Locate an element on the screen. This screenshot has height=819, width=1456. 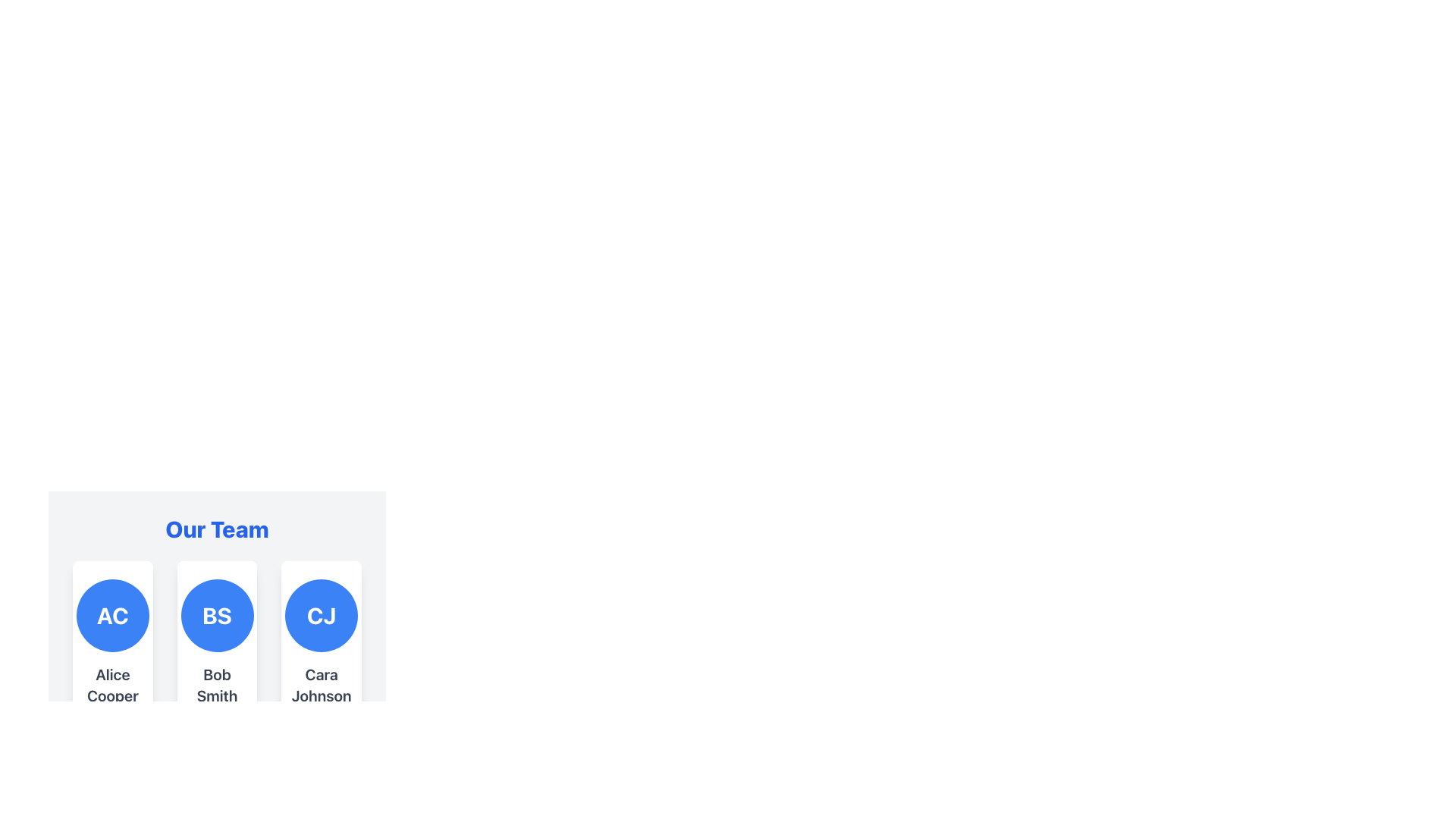
the text '(555) 987-6543' from the Text Label element that is styled with a clean, sans-serif font and positioned centrally below the main content is located at coordinates (219, 788).